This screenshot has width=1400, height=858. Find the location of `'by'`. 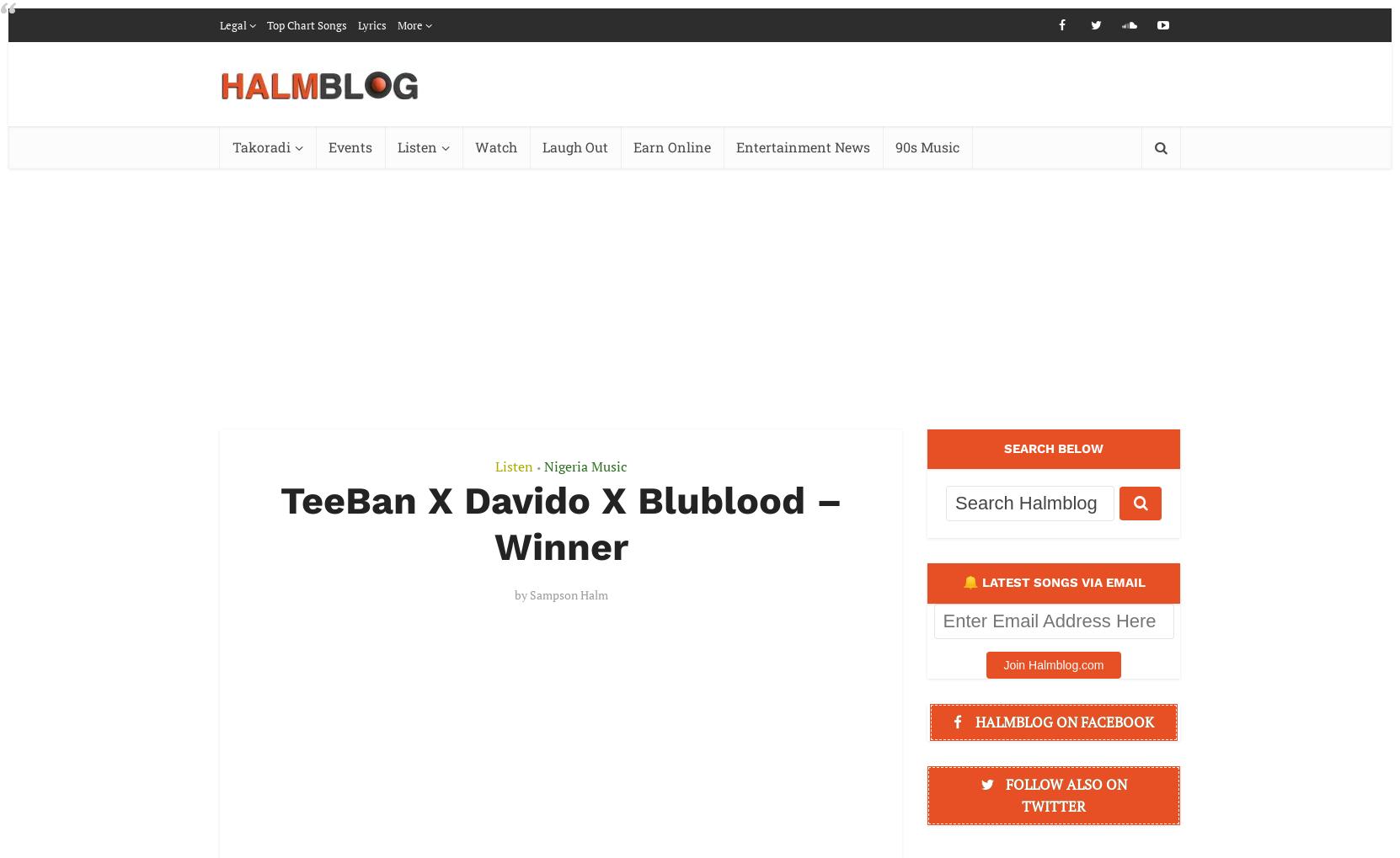

'by' is located at coordinates (521, 594).